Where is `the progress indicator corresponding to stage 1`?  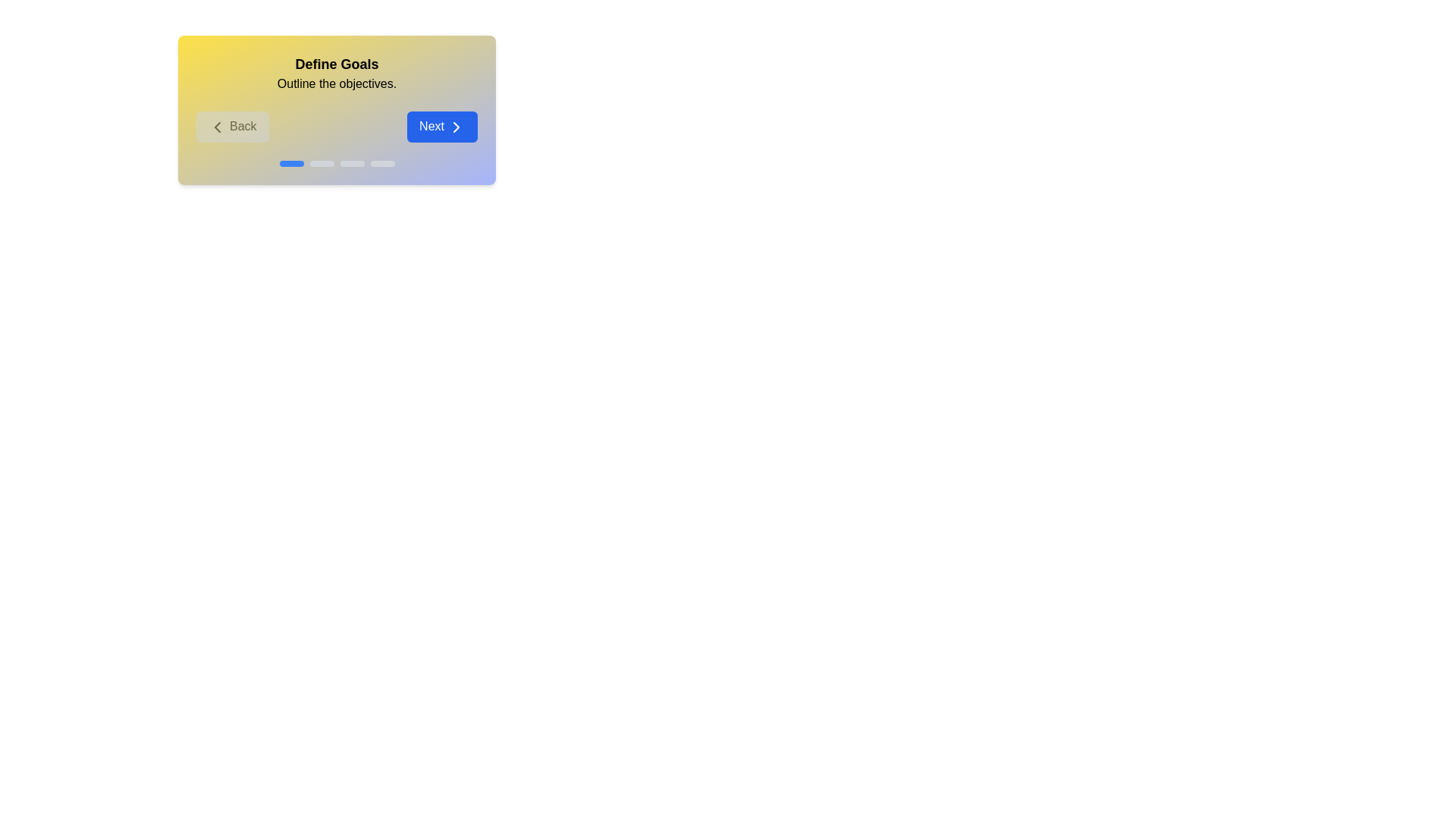
the progress indicator corresponding to stage 1 is located at coordinates (291, 163).